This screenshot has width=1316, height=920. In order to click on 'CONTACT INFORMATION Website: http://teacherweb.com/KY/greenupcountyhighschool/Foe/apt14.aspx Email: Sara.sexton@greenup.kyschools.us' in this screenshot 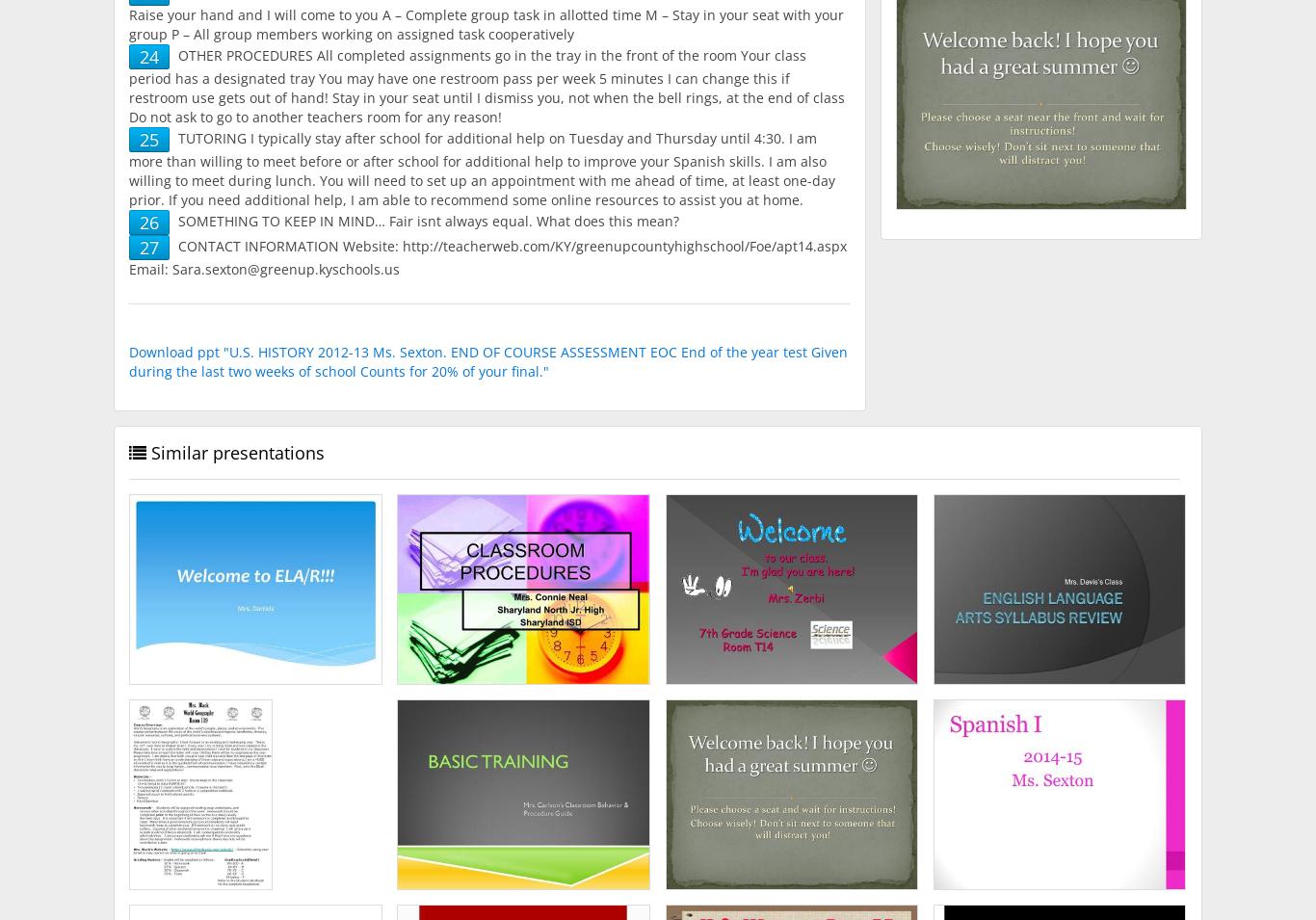, I will do `click(487, 257)`.